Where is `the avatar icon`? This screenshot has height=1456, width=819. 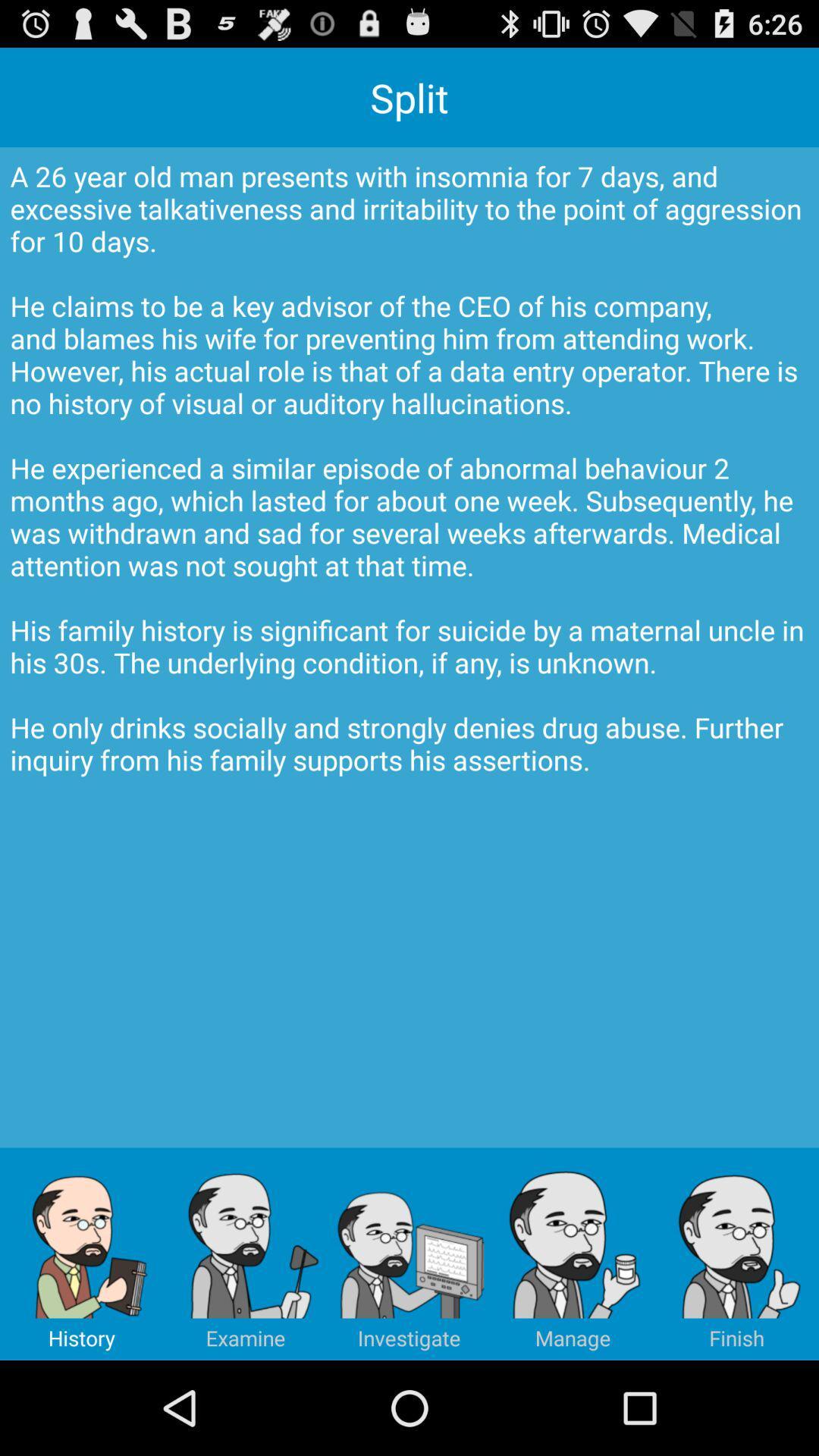 the avatar icon is located at coordinates (573, 1341).